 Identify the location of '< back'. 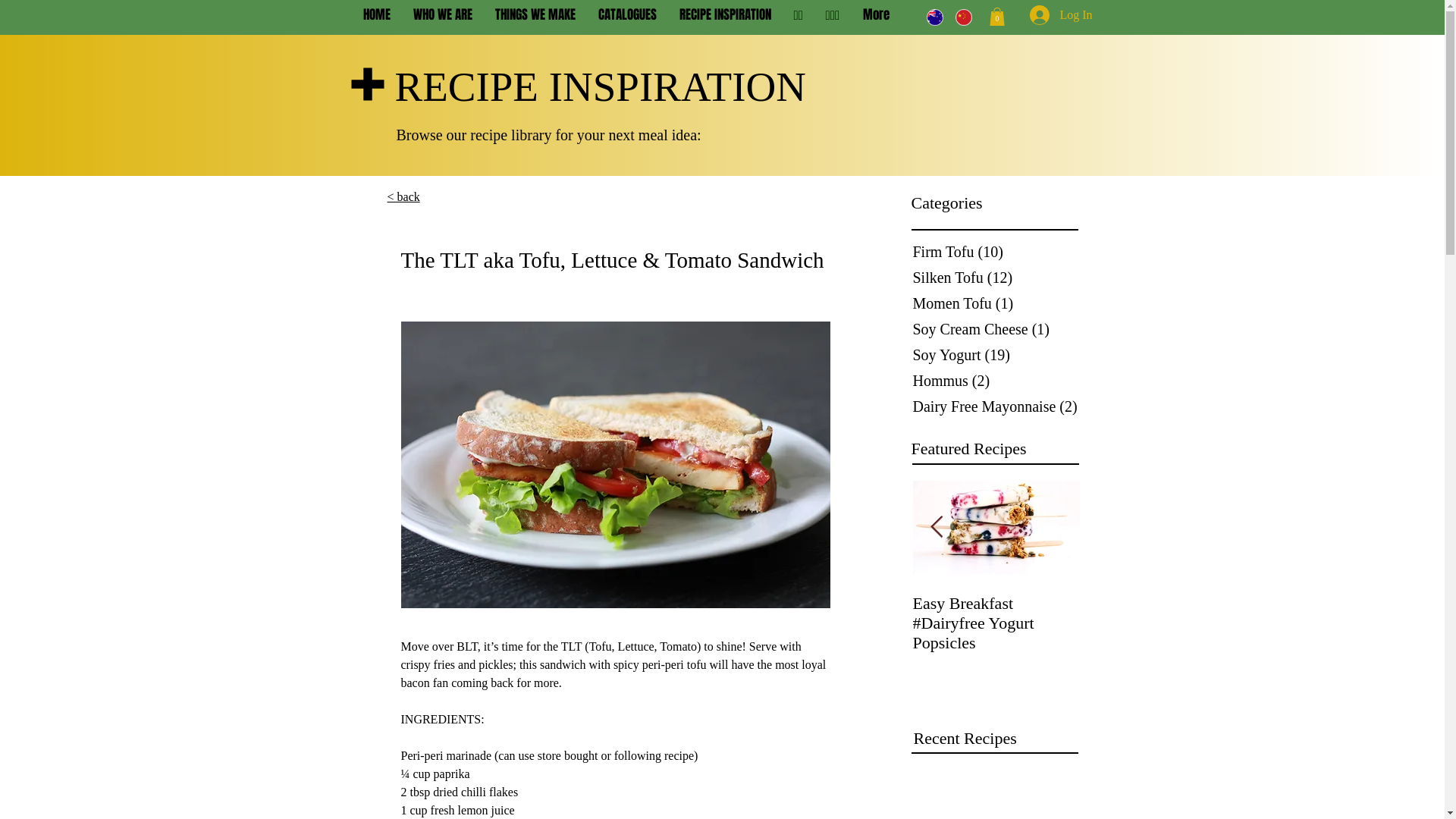
(403, 196).